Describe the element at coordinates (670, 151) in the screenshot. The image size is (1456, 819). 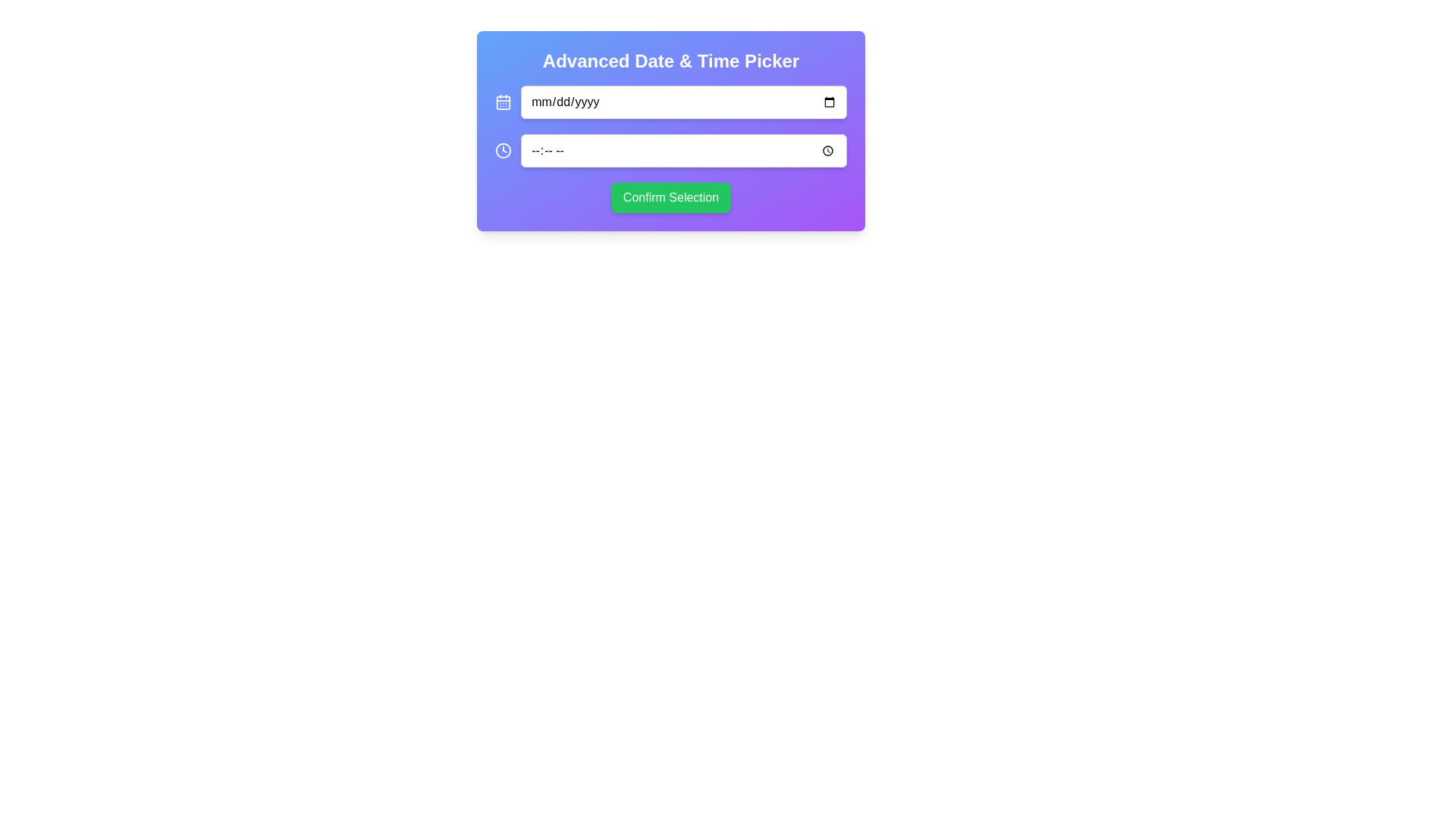
I see `to focus on the time input field, which is styled with a border and has placeholder '--:-- --', located below the date input field and above the Confirm Selection button in the Advanced Date & Time Picker interface` at that location.